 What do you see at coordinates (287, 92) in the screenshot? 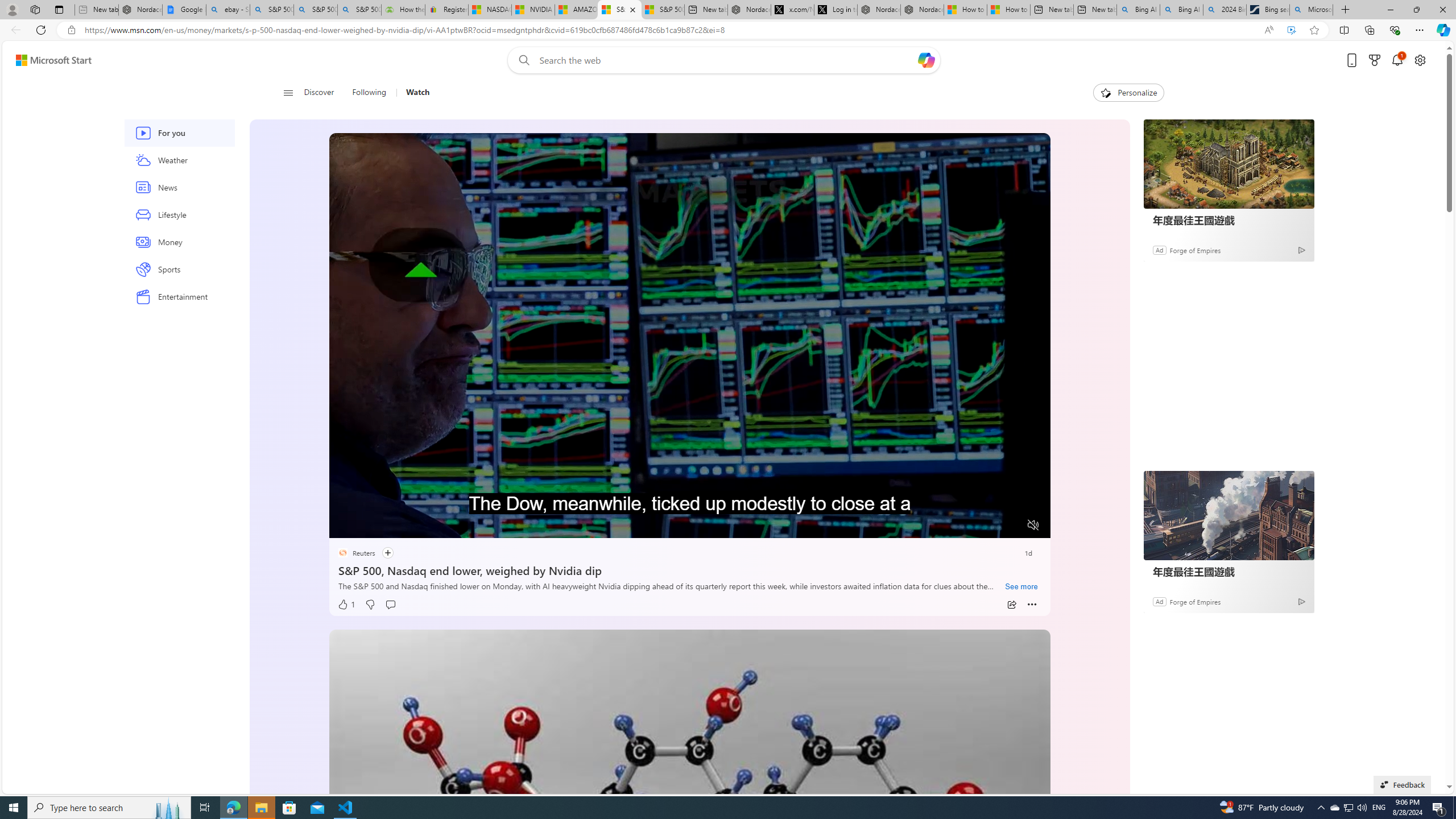
I see `'Open navigation menu'` at bounding box center [287, 92].